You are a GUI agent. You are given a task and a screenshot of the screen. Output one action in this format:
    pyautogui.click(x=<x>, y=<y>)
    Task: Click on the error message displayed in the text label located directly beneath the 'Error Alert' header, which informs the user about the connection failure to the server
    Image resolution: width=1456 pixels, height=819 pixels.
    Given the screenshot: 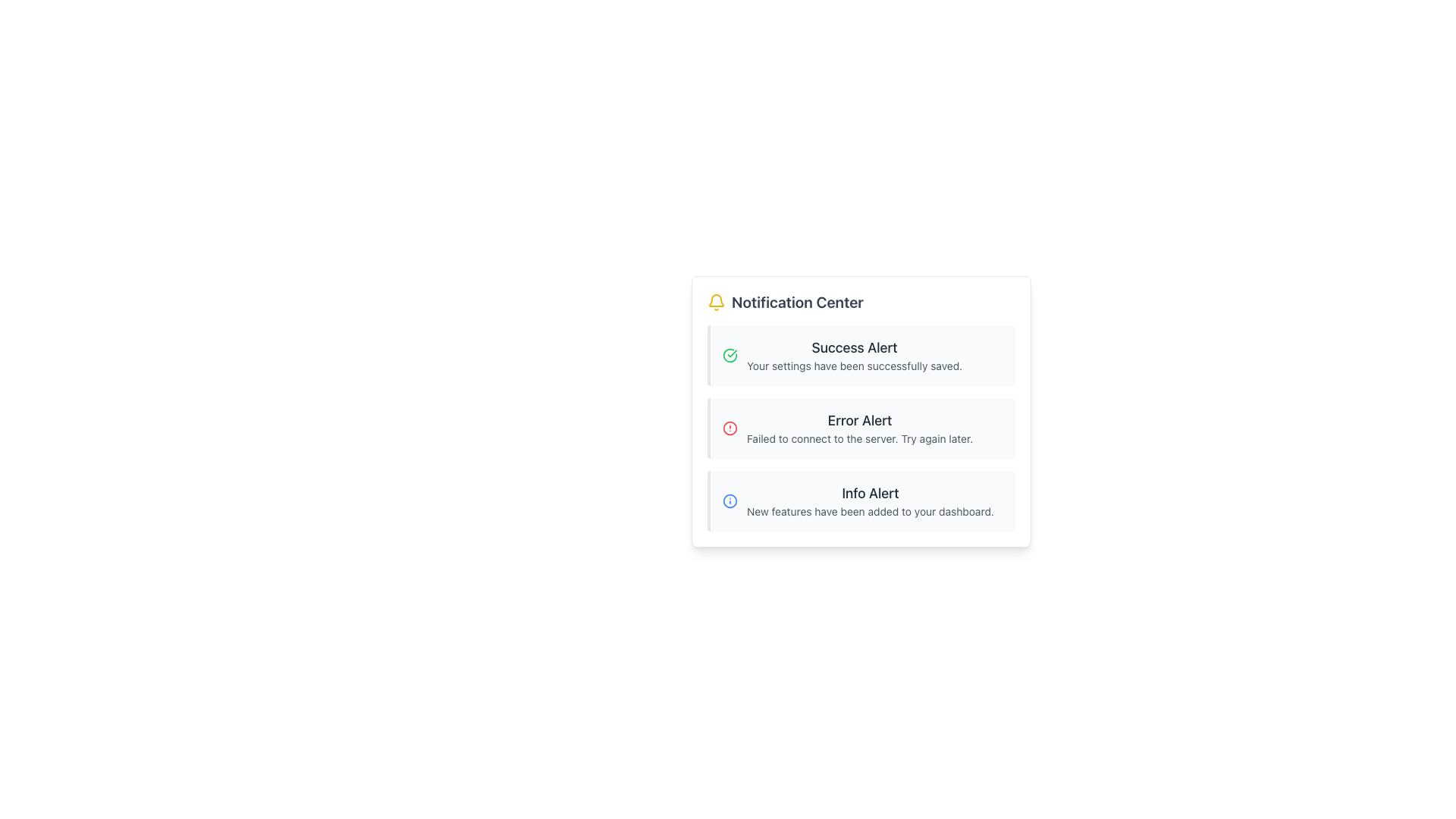 What is the action you would take?
    pyautogui.click(x=860, y=438)
    